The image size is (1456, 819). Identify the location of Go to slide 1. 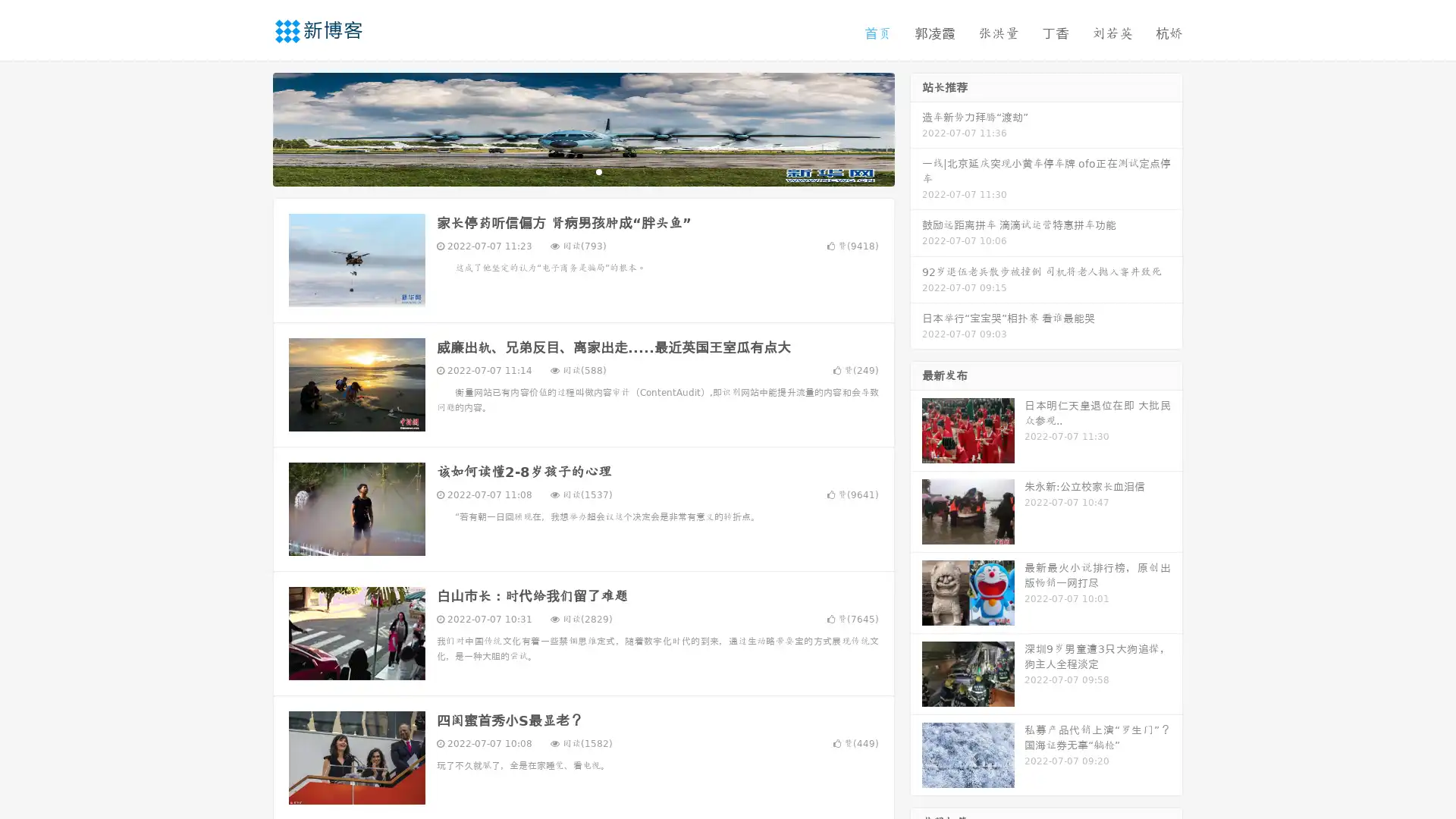
(567, 171).